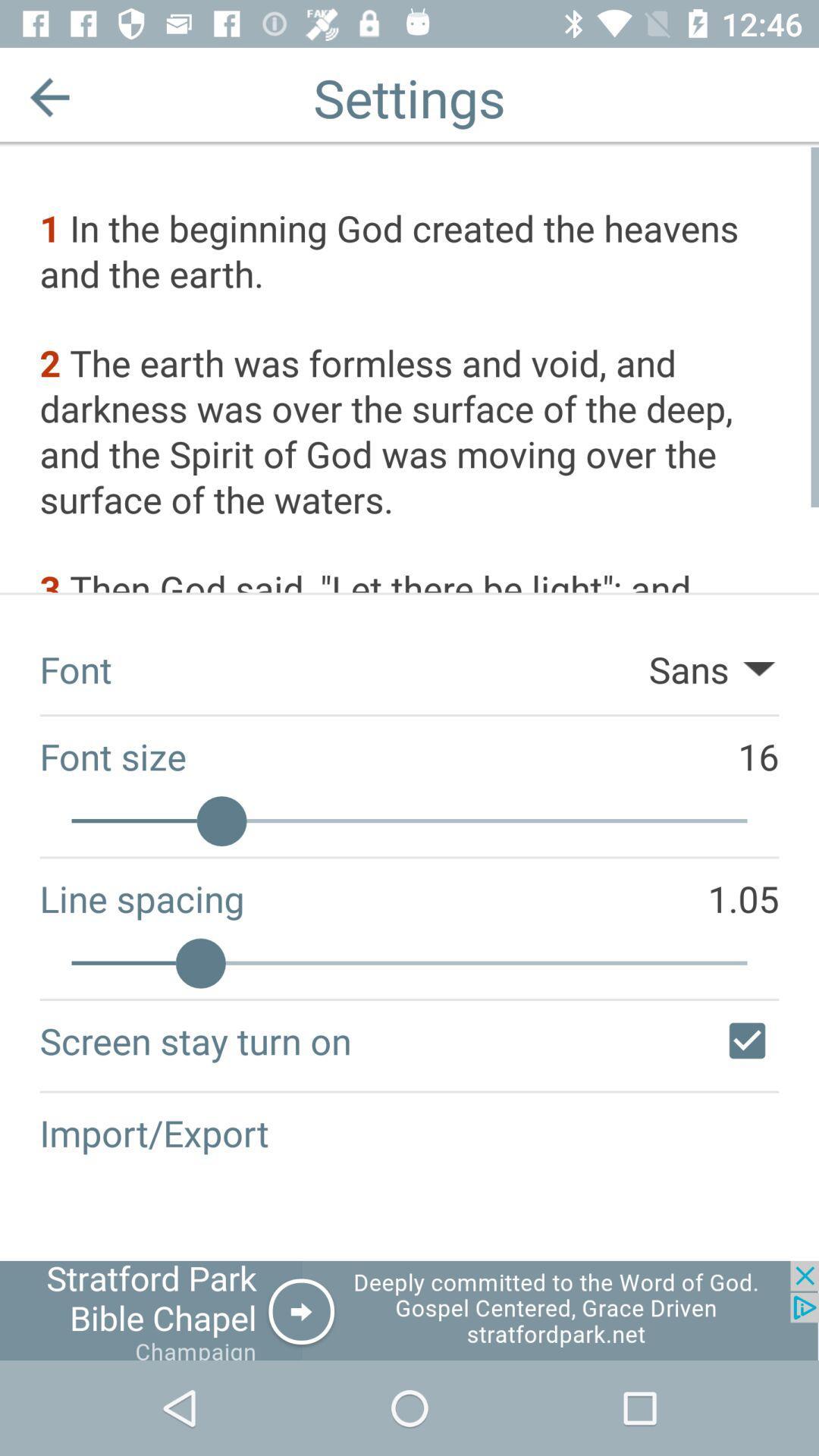  Describe the element at coordinates (746, 1040) in the screenshot. I see `screen stay turn on/off` at that location.